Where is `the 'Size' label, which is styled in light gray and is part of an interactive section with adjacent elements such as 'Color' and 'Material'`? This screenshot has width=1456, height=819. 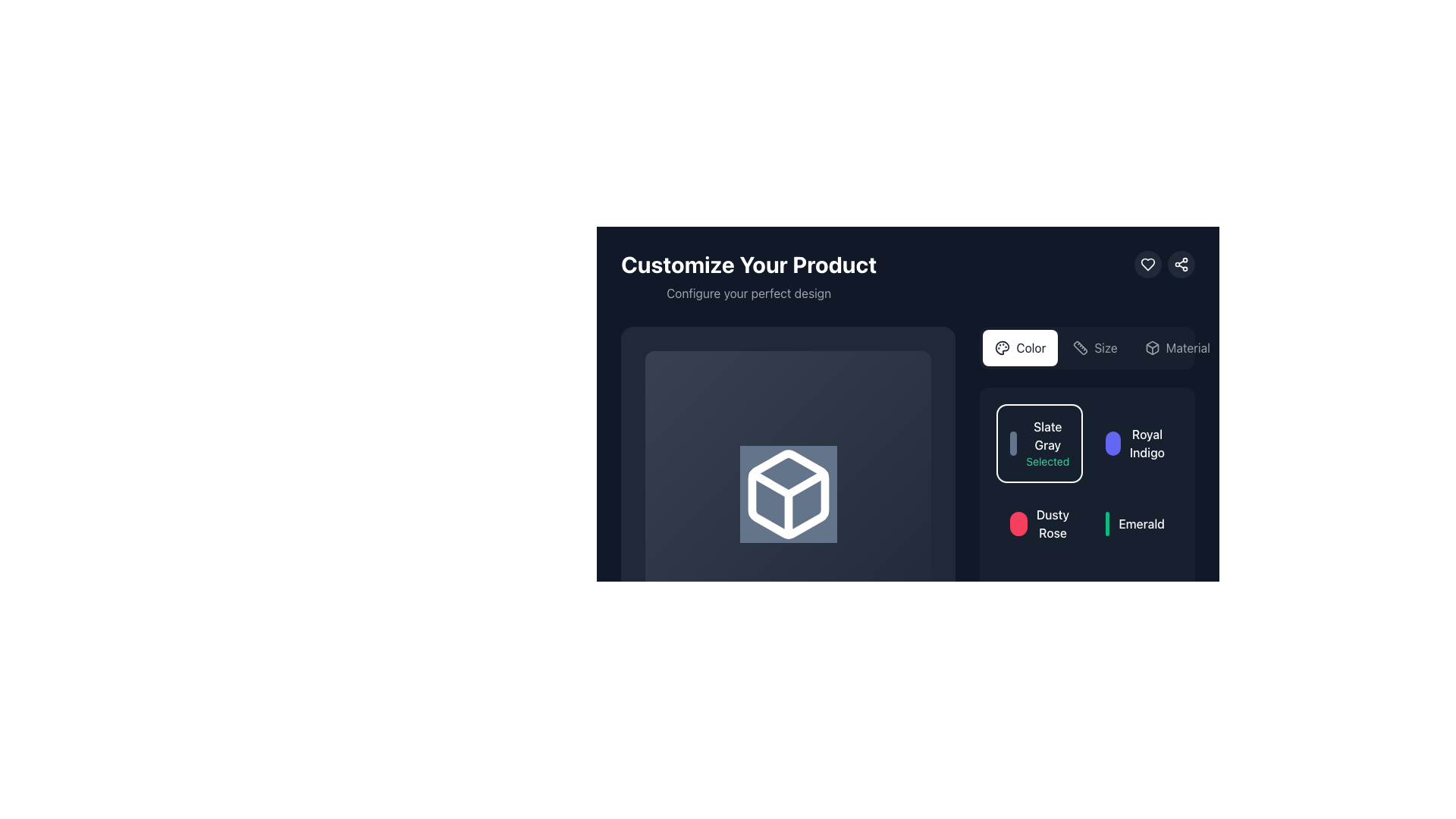 the 'Size' label, which is styled in light gray and is part of an interactive section with adjacent elements such as 'Color' and 'Material' is located at coordinates (1106, 348).